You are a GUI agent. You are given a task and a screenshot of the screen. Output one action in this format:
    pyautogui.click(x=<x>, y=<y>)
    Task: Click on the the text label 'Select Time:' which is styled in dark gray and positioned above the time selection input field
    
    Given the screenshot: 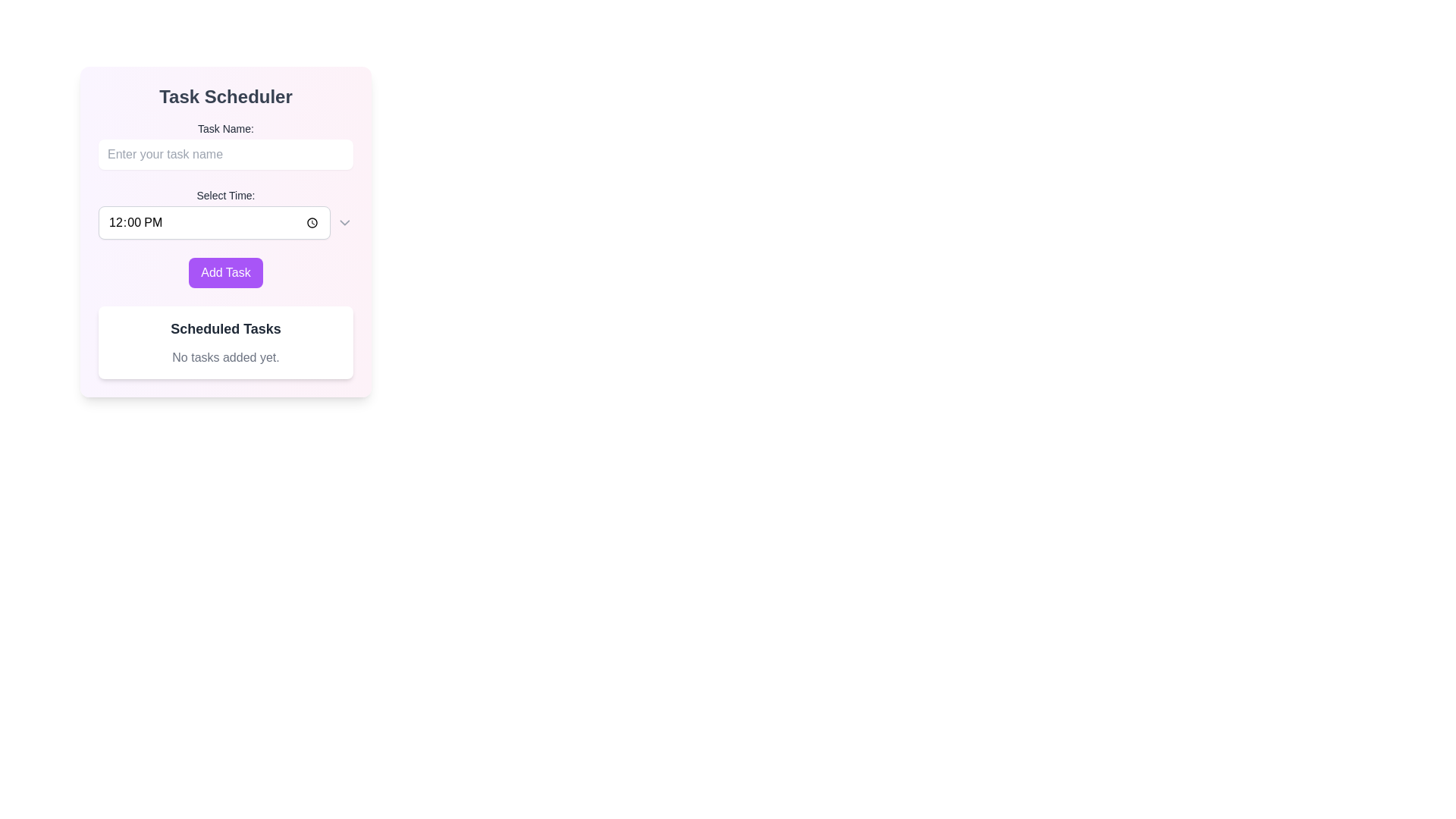 What is the action you would take?
    pyautogui.click(x=224, y=195)
    